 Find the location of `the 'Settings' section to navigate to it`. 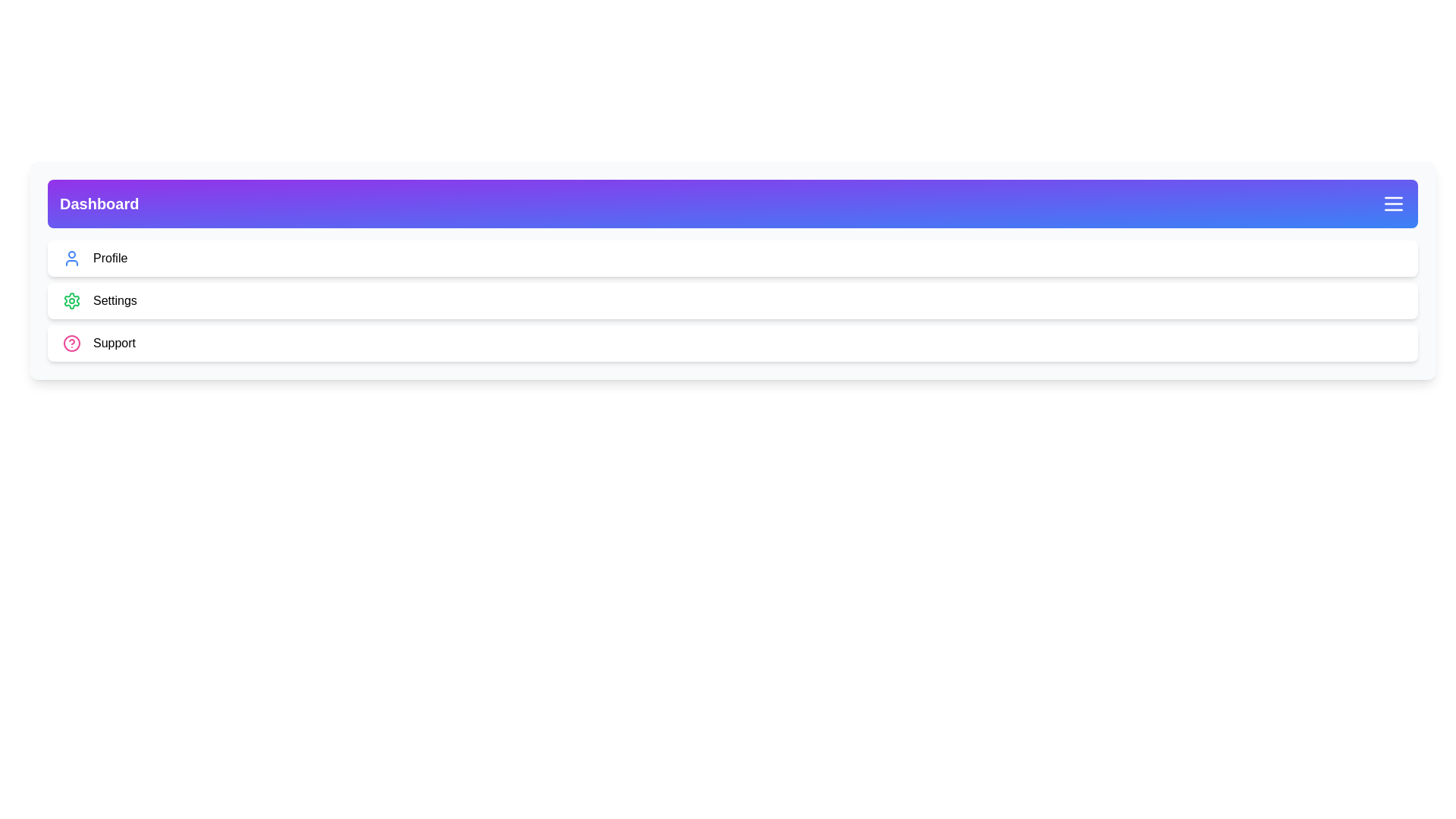

the 'Settings' section to navigate to it is located at coordinates (733, 301).